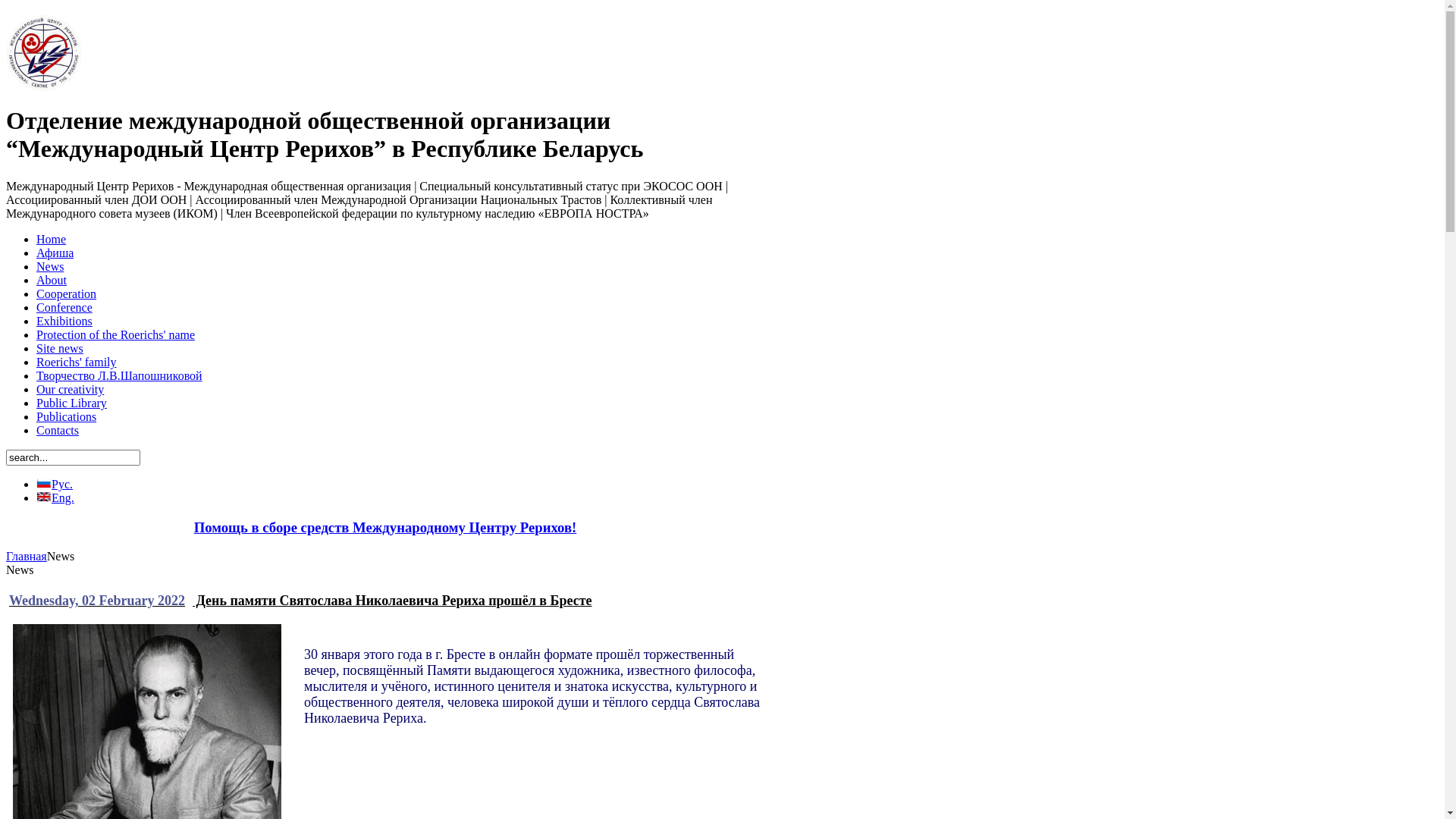  Describe the element at coordinates (50, 265) in the screenshot. I see `'News'` at that location.